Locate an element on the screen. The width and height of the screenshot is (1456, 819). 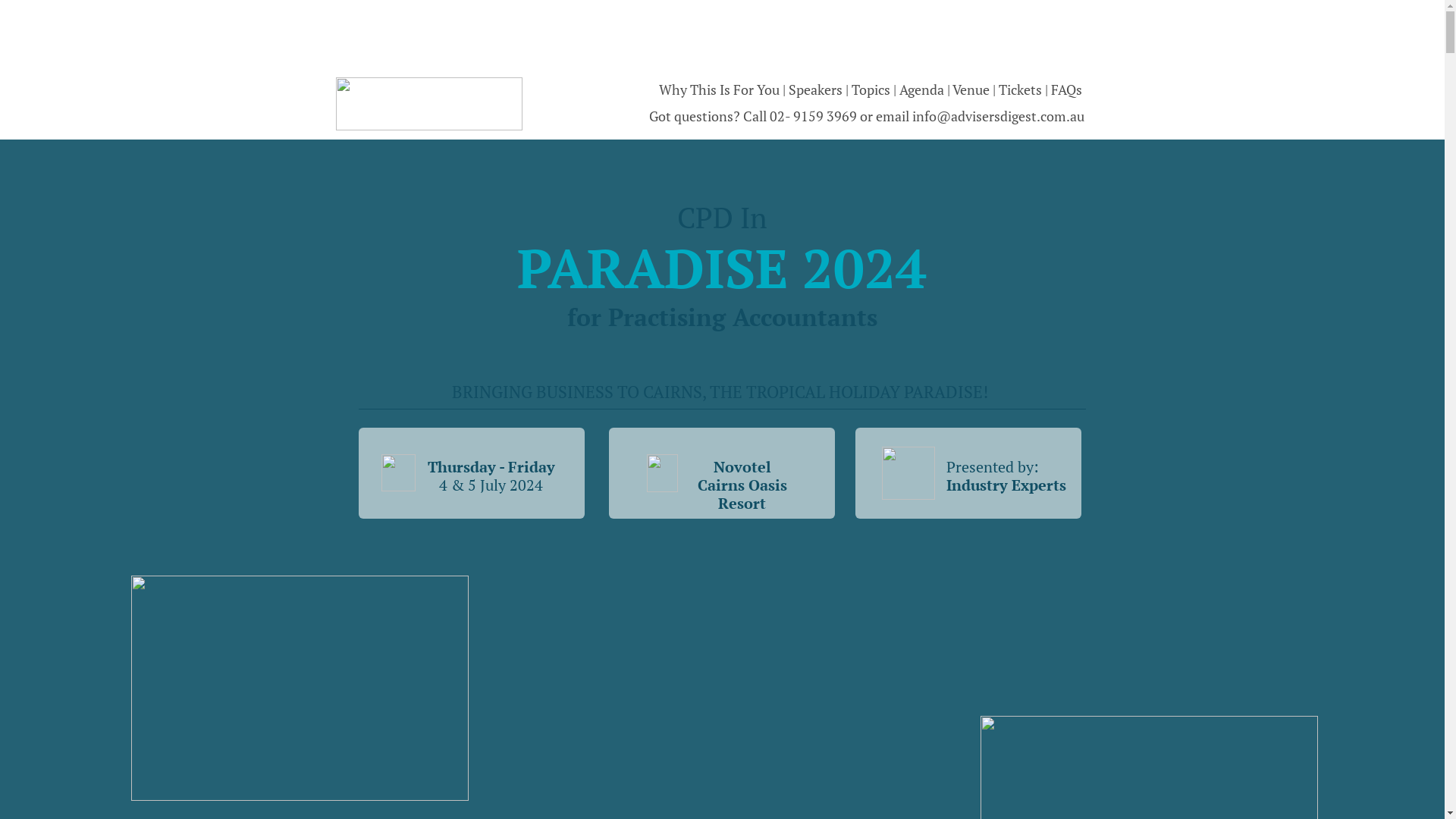
'Speakers' is located at coordinates (816, 89).